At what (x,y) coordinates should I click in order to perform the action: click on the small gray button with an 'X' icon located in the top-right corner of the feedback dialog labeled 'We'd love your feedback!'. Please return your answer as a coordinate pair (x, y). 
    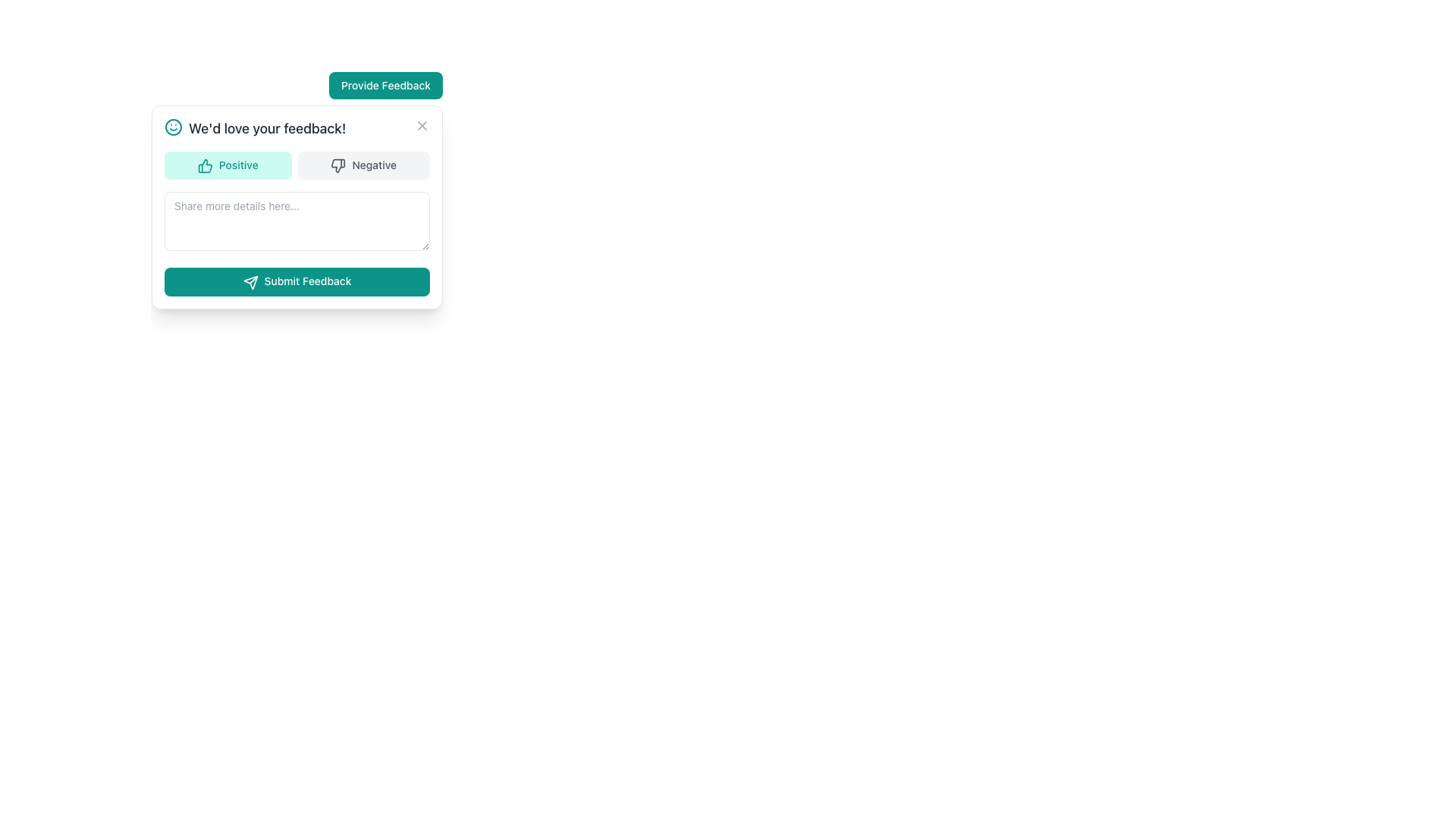
    Looking at the image, I should click on (422, 124).